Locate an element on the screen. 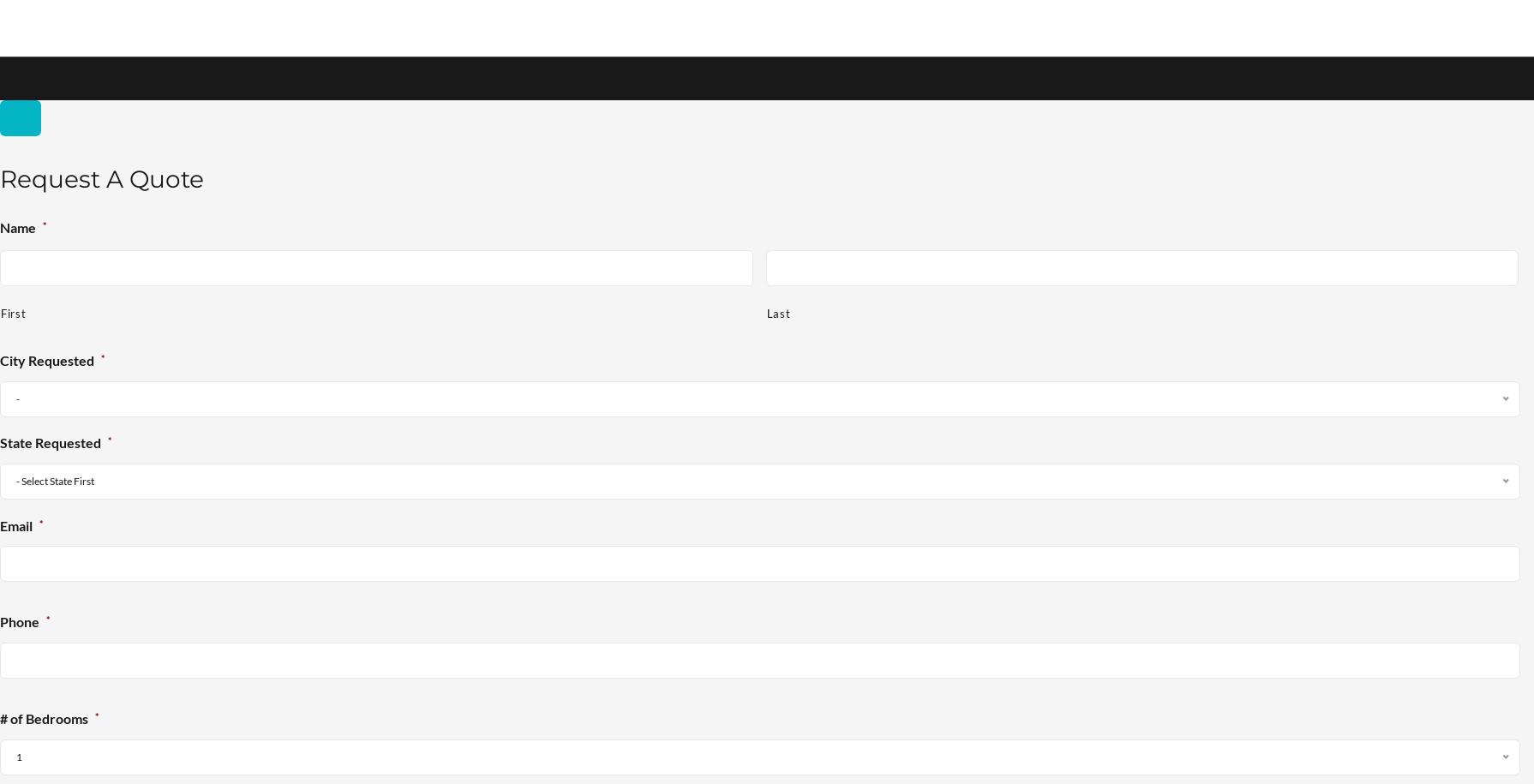  '# of Bedrooms' is located at coordinates (44, 719).